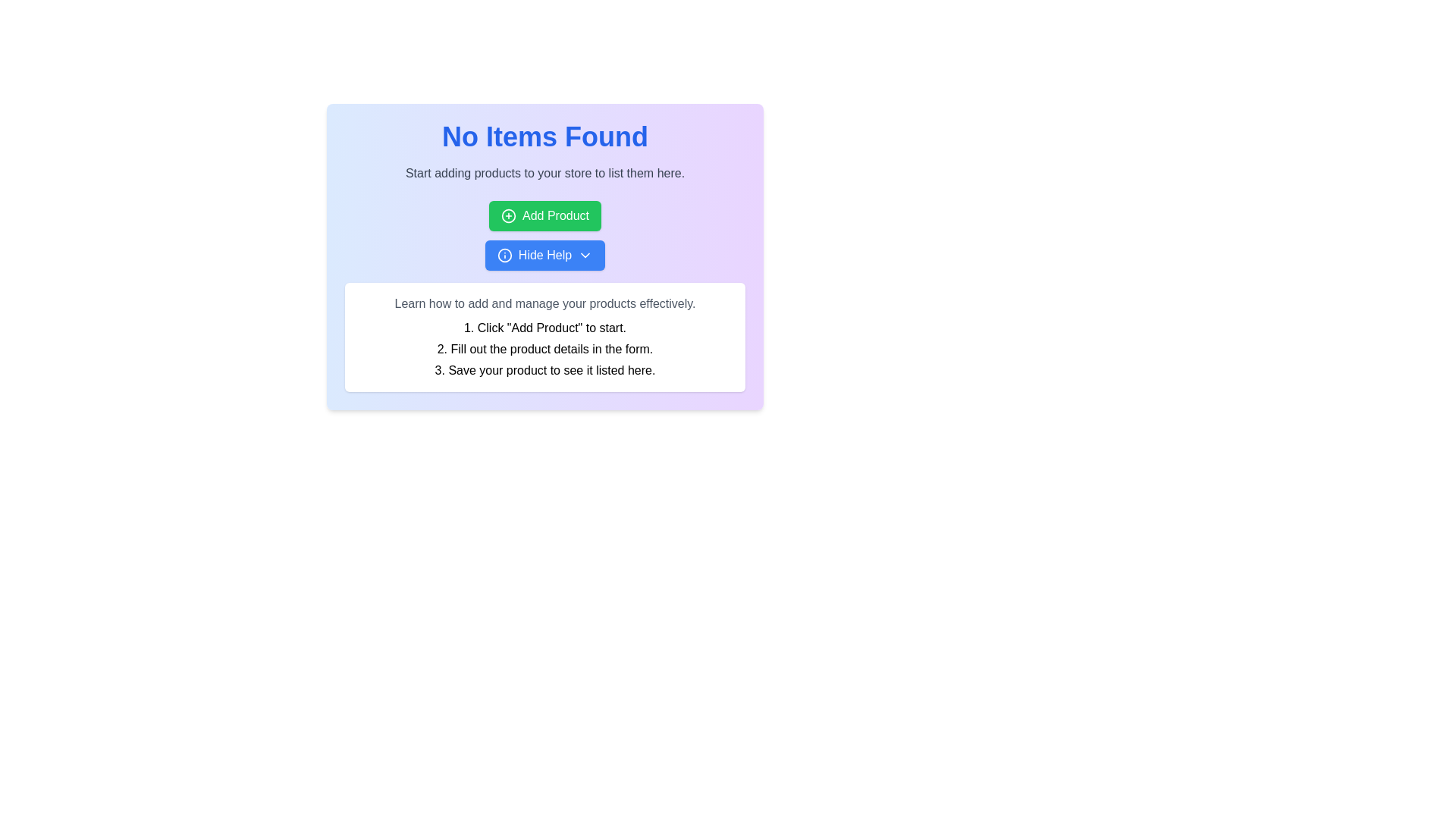 This screenshot has width=1456, height=819. I want to click on the circular SVG icon representing the 'Hide Help' feature located at the left-most side of the blue 'Hide Help' button, so click(504, 254).